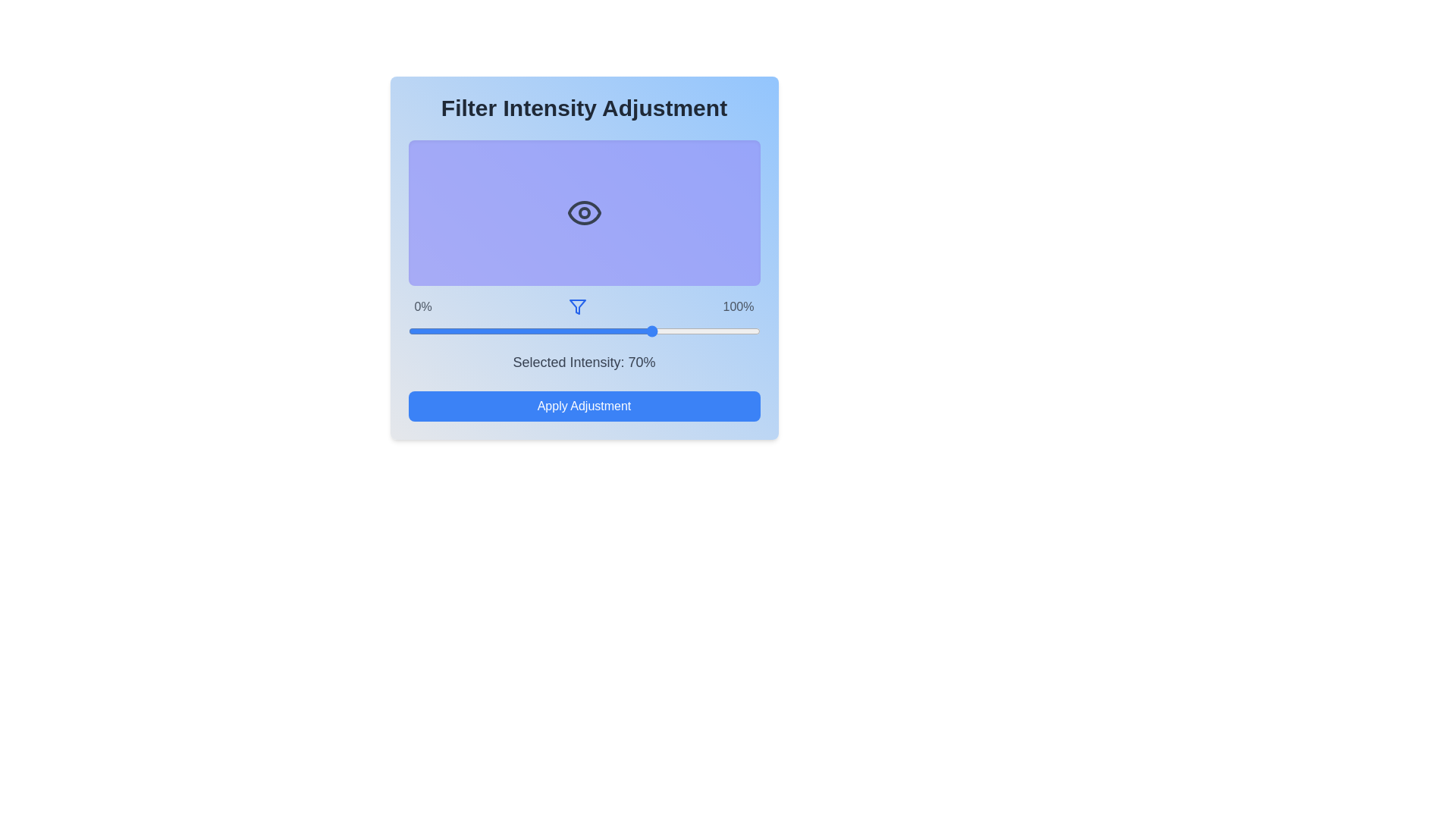 Image resolution: width=1456 pixels, height=819 pixels. I want to click on 'Apply Adjustment' button, so click(583, 406).